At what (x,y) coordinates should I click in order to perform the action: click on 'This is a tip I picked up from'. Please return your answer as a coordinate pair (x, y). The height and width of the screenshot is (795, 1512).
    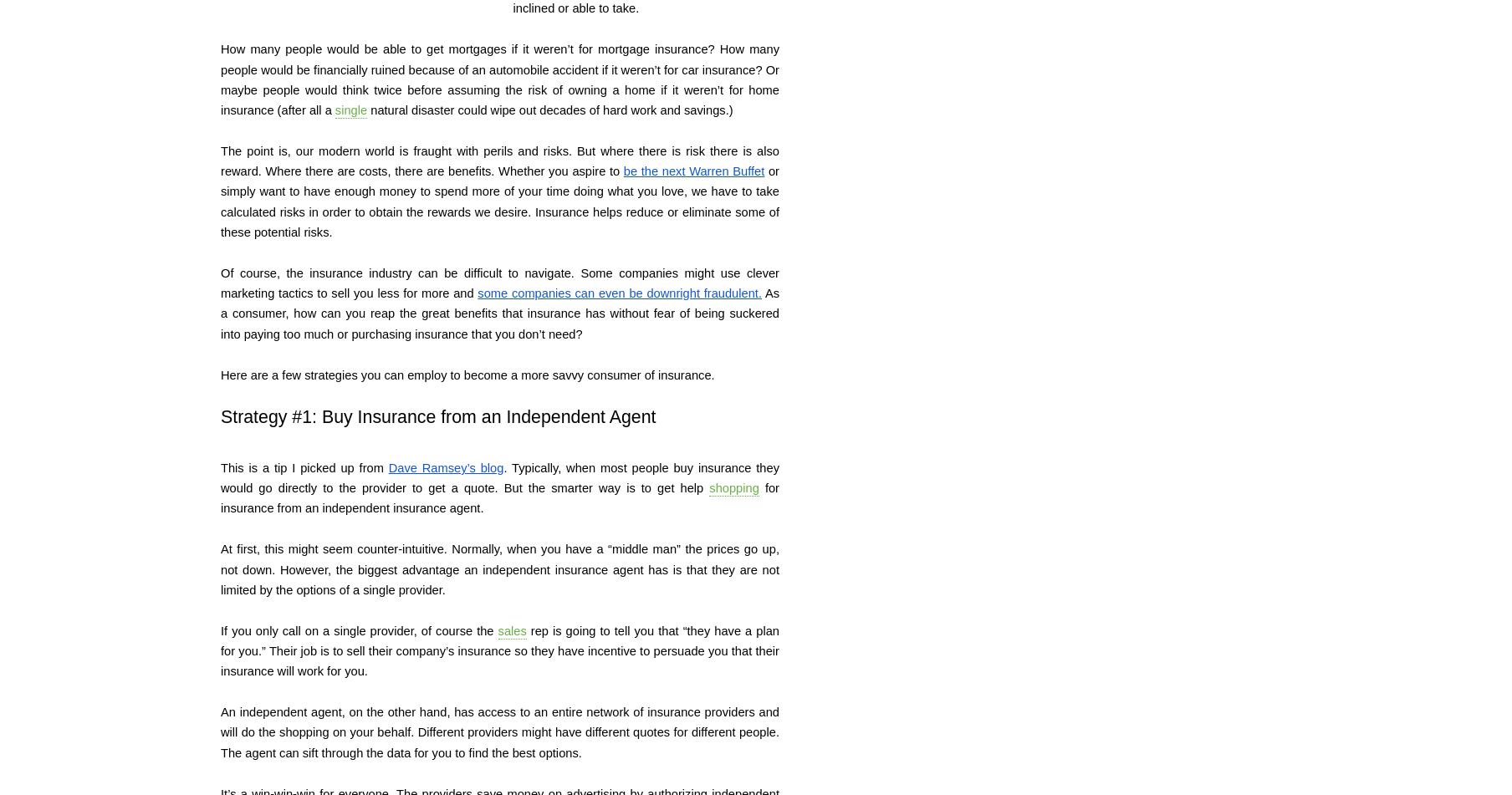
    Looking at the image, I should click on (304, 466).